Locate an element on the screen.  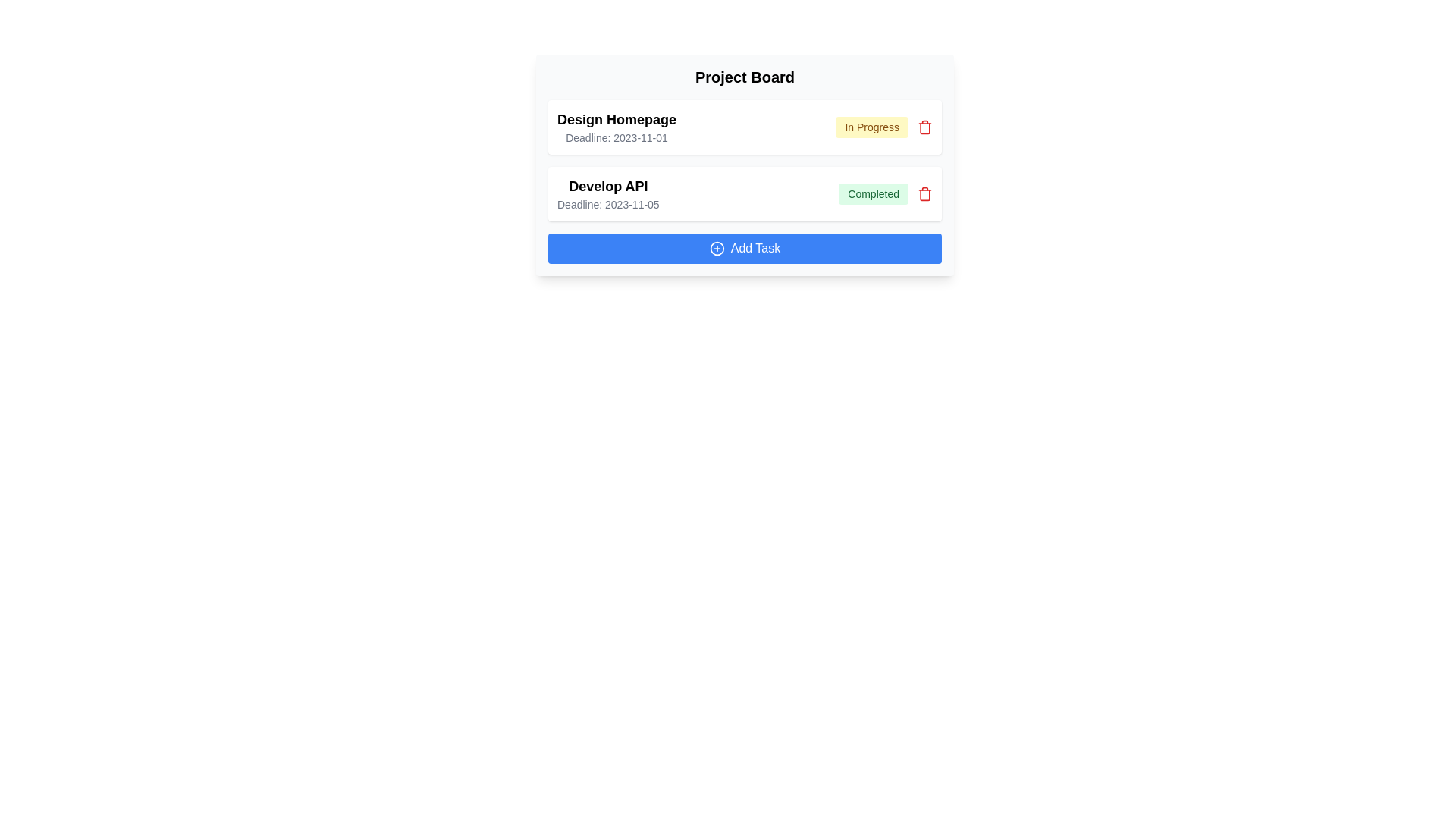
the delete button for the task with the name Design Homepage is located at coordinates (924, 127).